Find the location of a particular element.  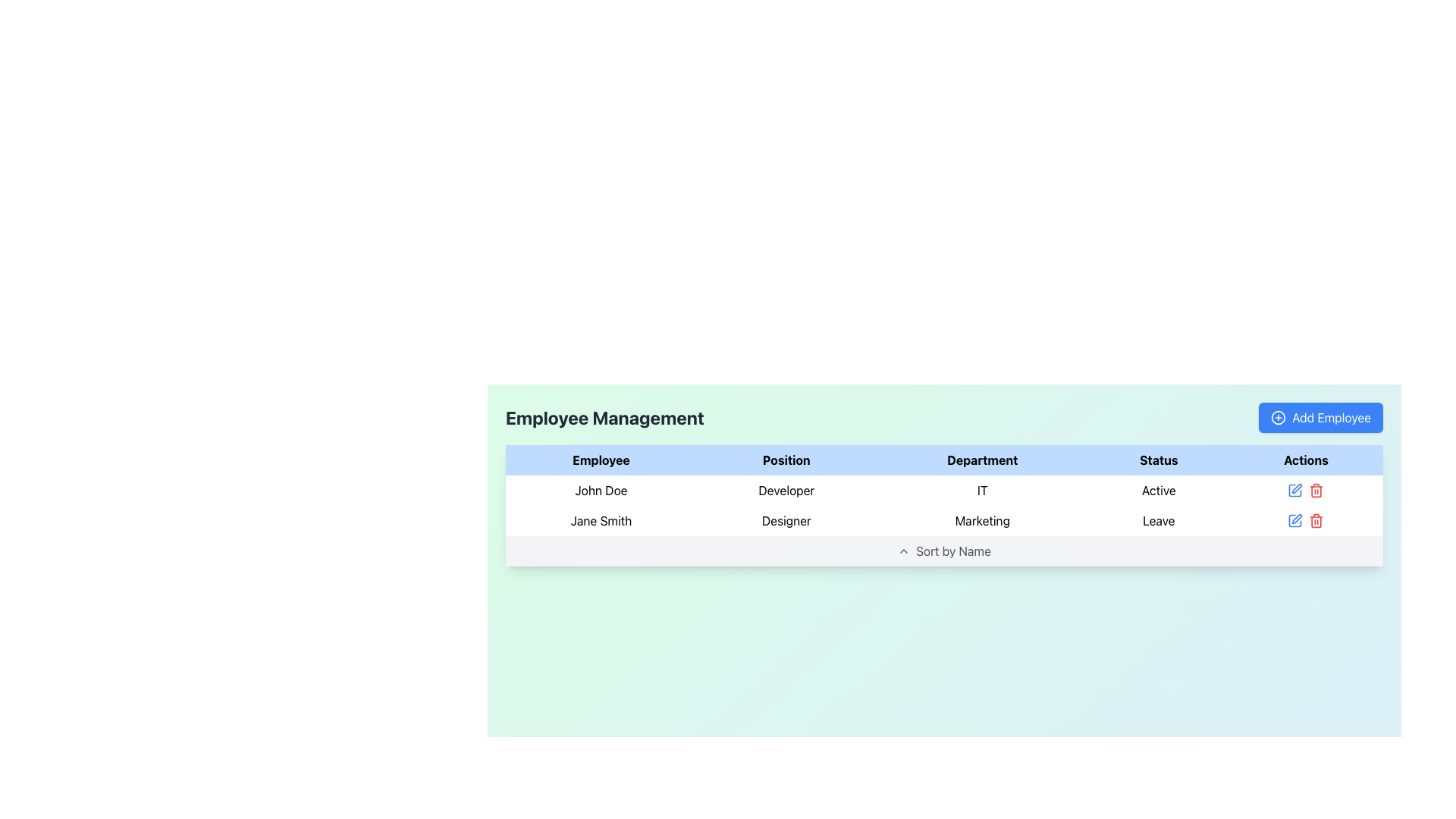

the editing icon for the employee named Jane Smith in the 'Actions' column of the Employee Management table is located at coordinates (1296, 488).